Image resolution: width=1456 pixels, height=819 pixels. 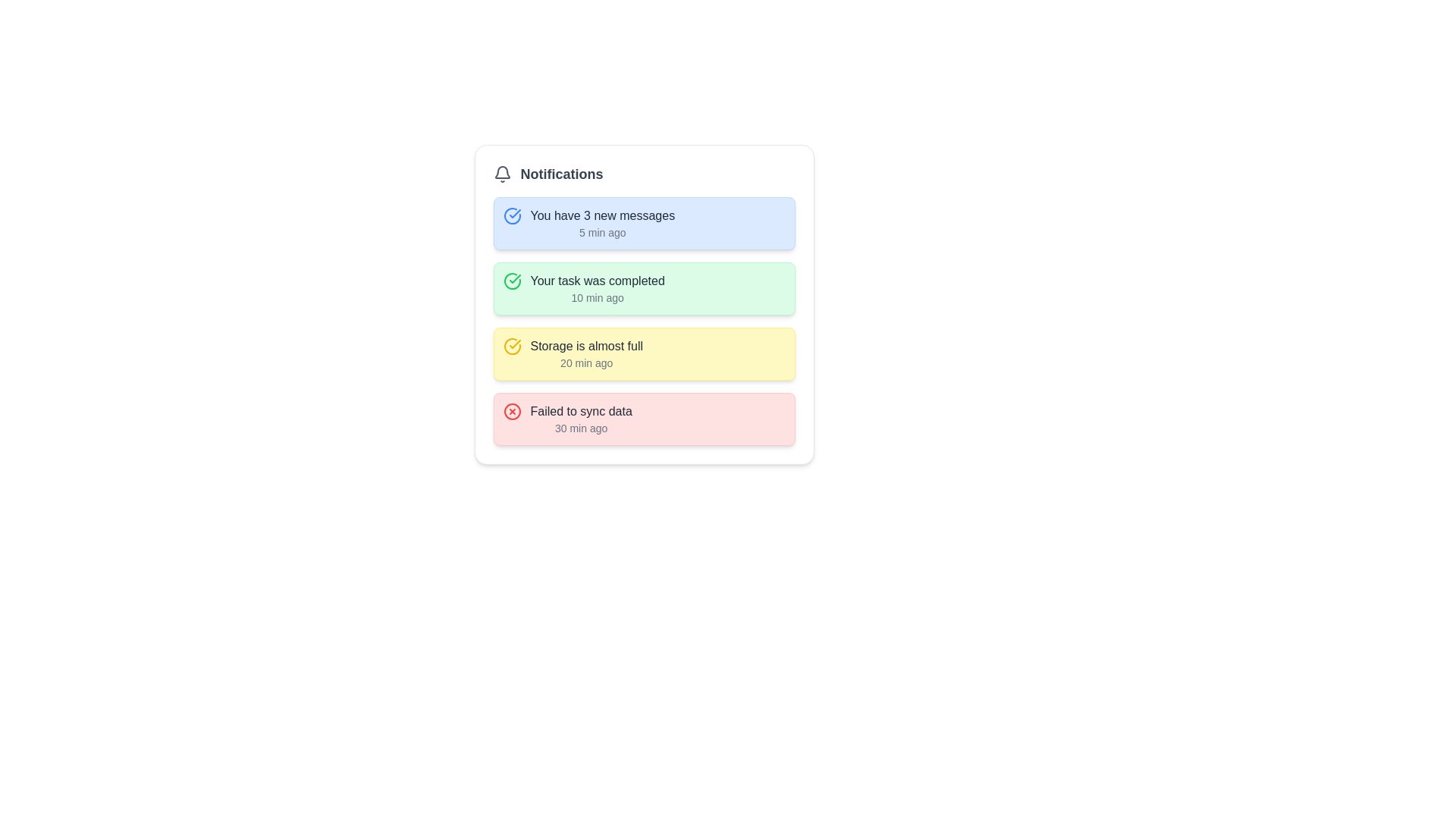 What do you see at coordinates (512, 281) in the screenshot?
I see `the success notification icon located in the second notification card with a green background, positioned to the left of the main notification text` at bounding box center [512, 281].